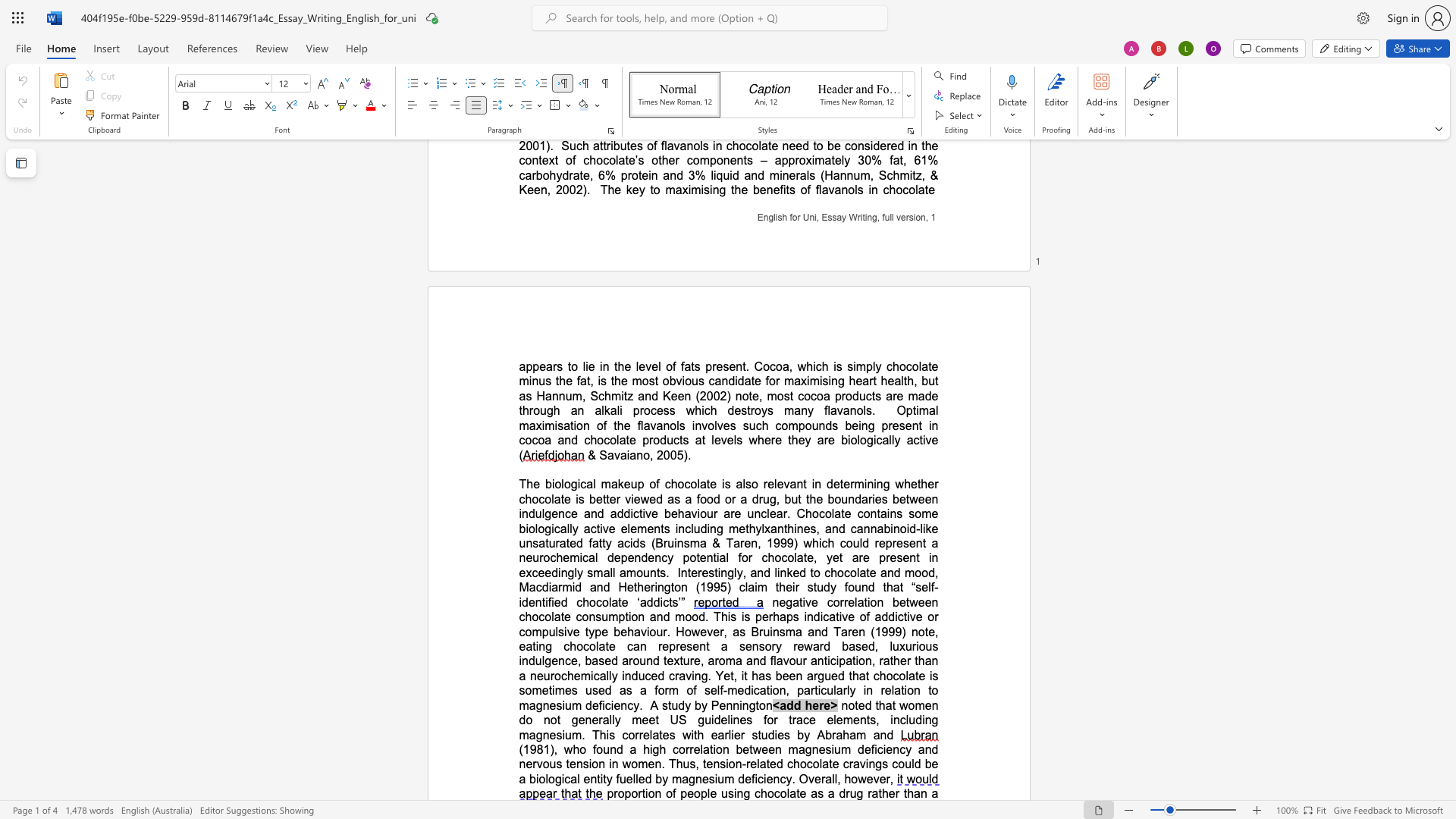  Describe the element at coordinates (811, 542) in the screenshot. I see `the space between the continuous character "w" and "h" in the text` at that location.